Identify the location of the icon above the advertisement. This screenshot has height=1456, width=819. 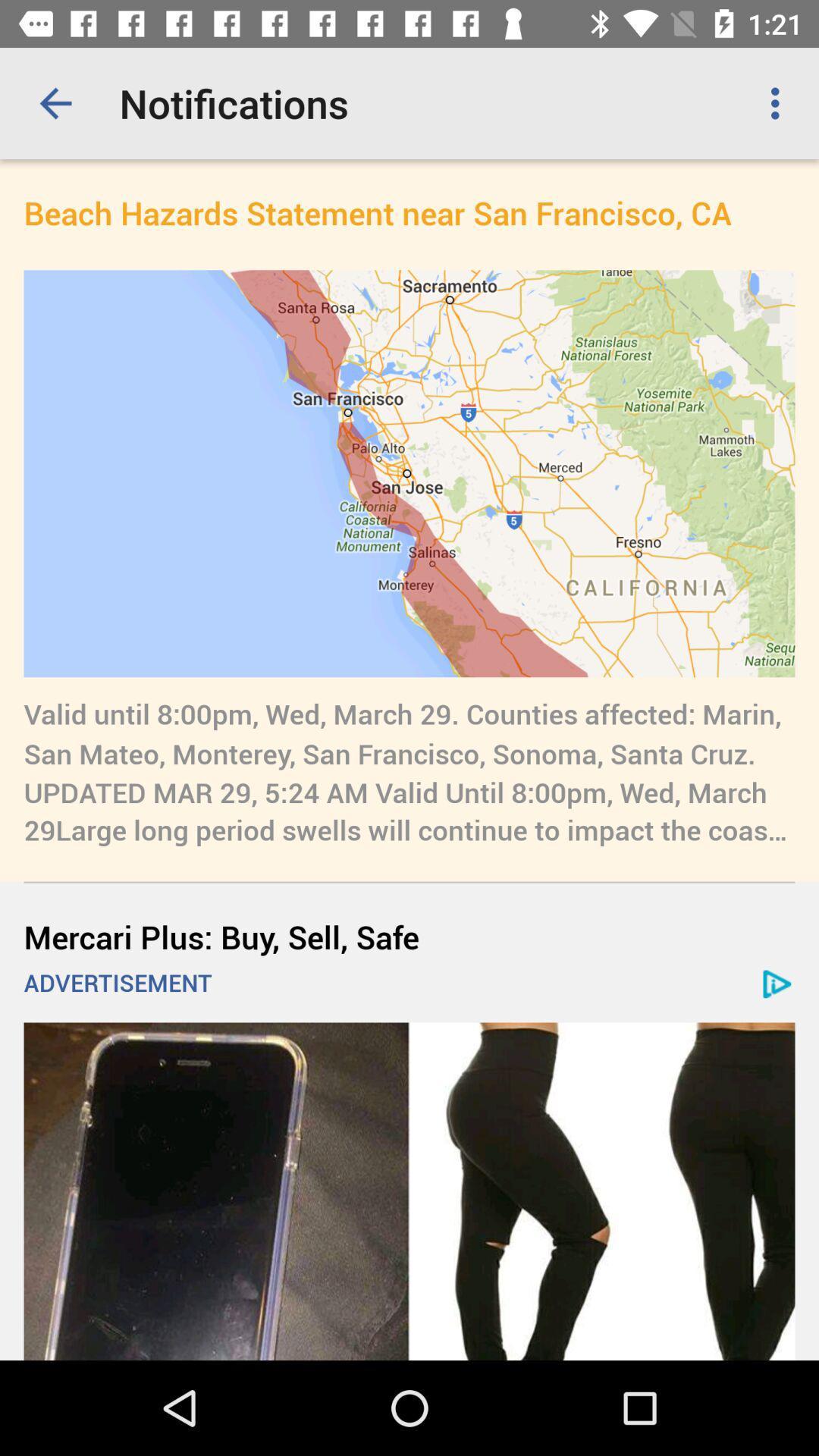
(409, 936).